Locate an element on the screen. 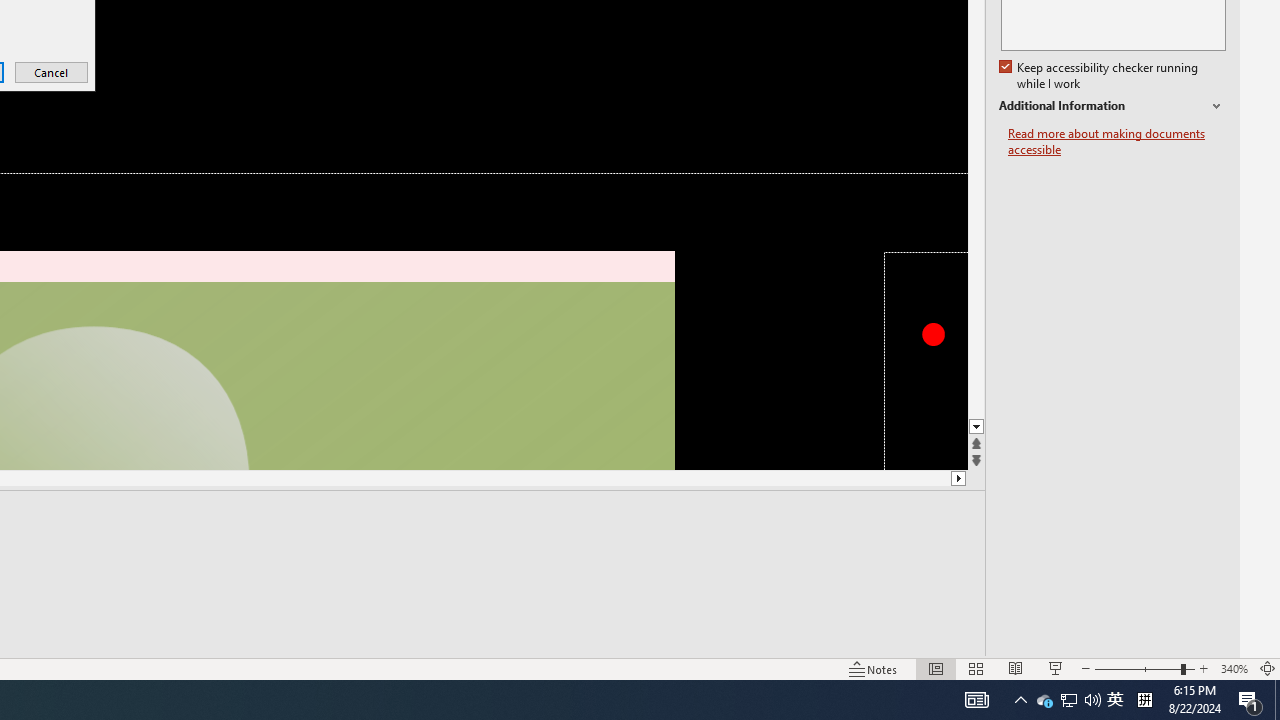 The height and width of the screenshot is (720, 1280). 'Q2790: 100%' is located at coordinates (1092, 698).